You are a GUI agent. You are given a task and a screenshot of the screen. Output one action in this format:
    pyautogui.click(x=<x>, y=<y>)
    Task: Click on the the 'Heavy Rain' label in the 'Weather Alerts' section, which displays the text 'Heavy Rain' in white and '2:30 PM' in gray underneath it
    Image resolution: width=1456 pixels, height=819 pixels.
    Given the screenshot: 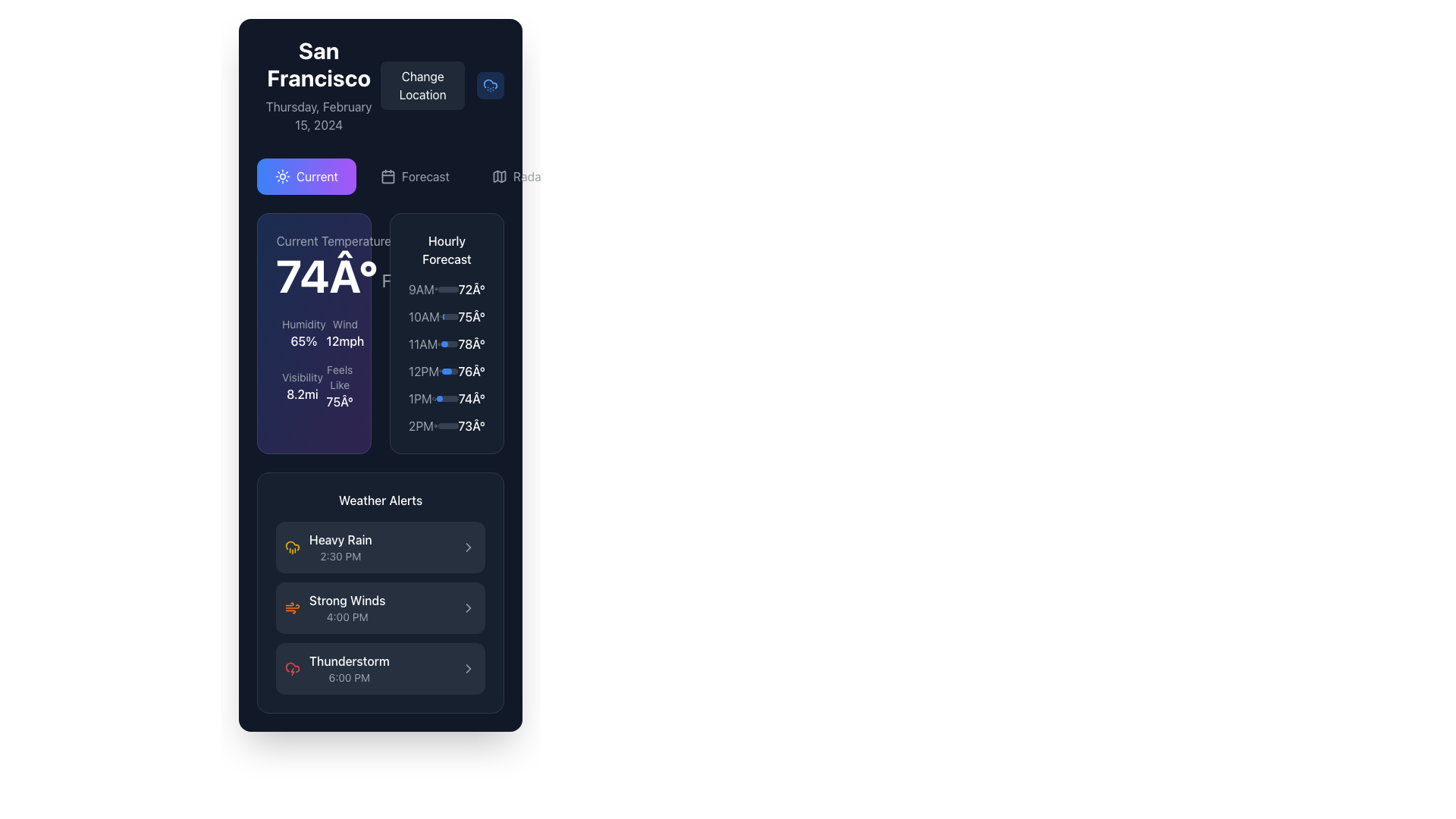 What is the action you would take?
    pyautogui.click(x=340, y=547)
    